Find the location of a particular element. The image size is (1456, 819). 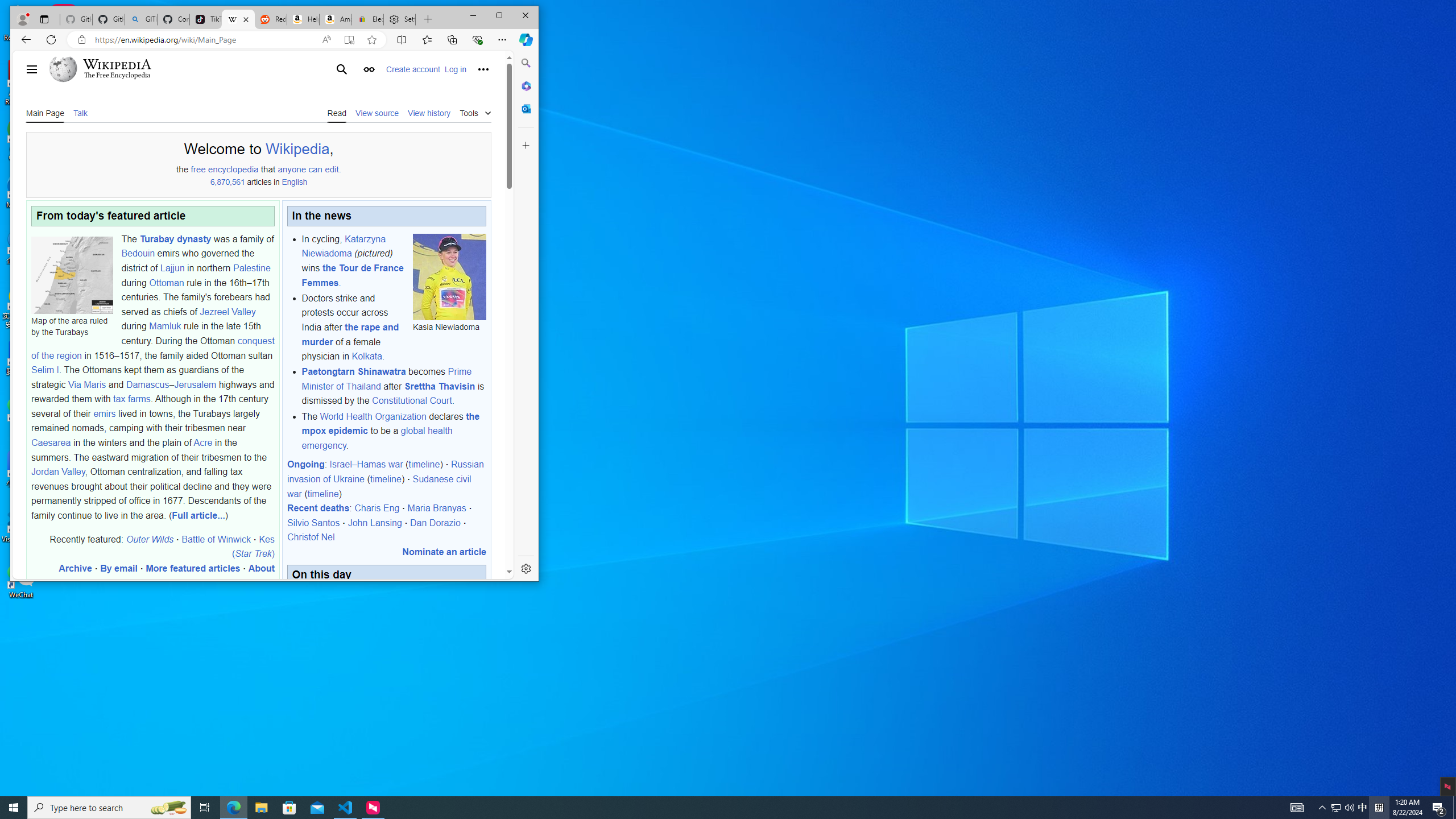

'Palestine' is located at coordinates (251, 267).